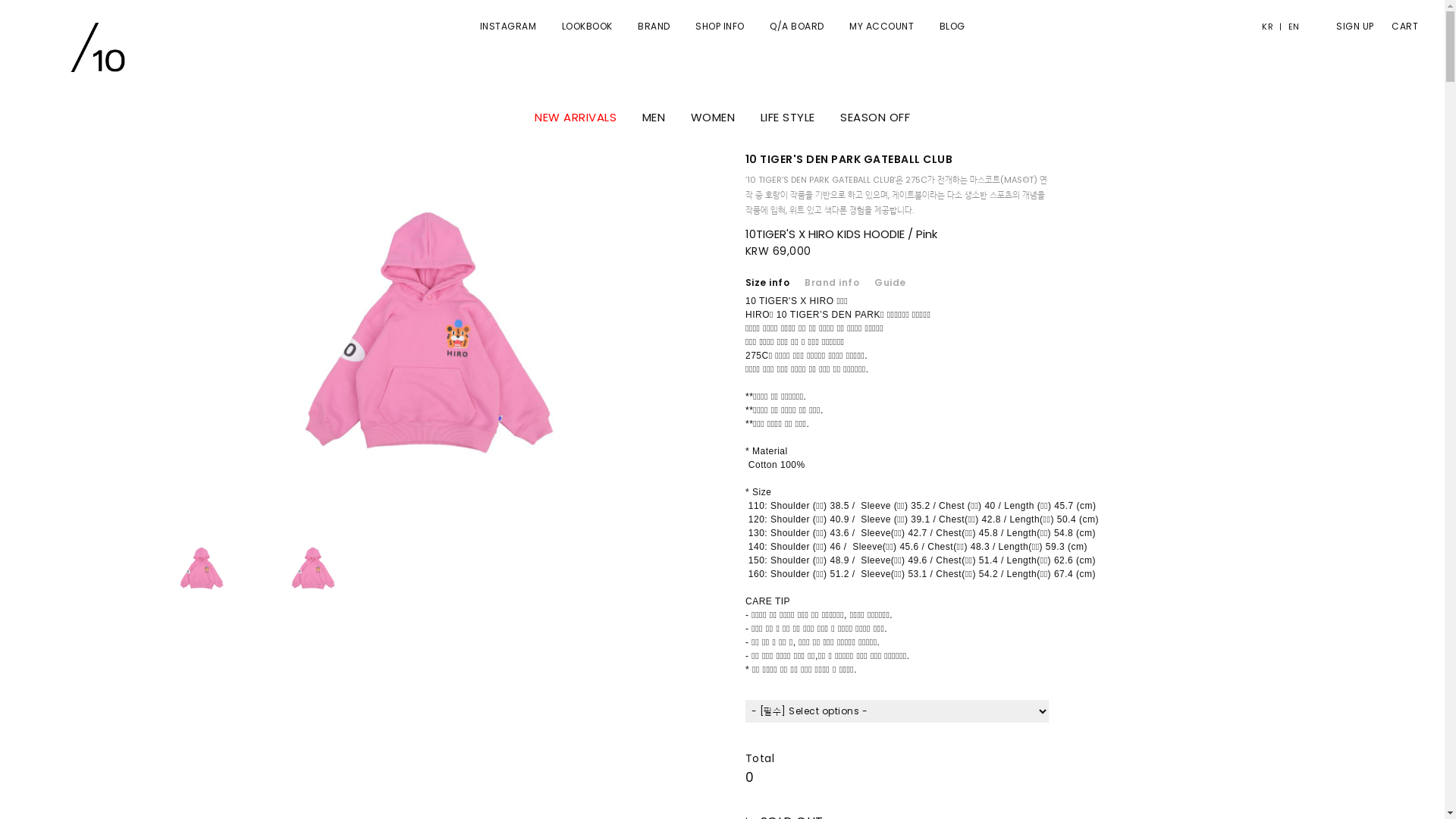 This screenshot has width=1456, height=819. Describe the element at coordinates (1289, 26) in the screenshot. I see `'EN'` at that location.